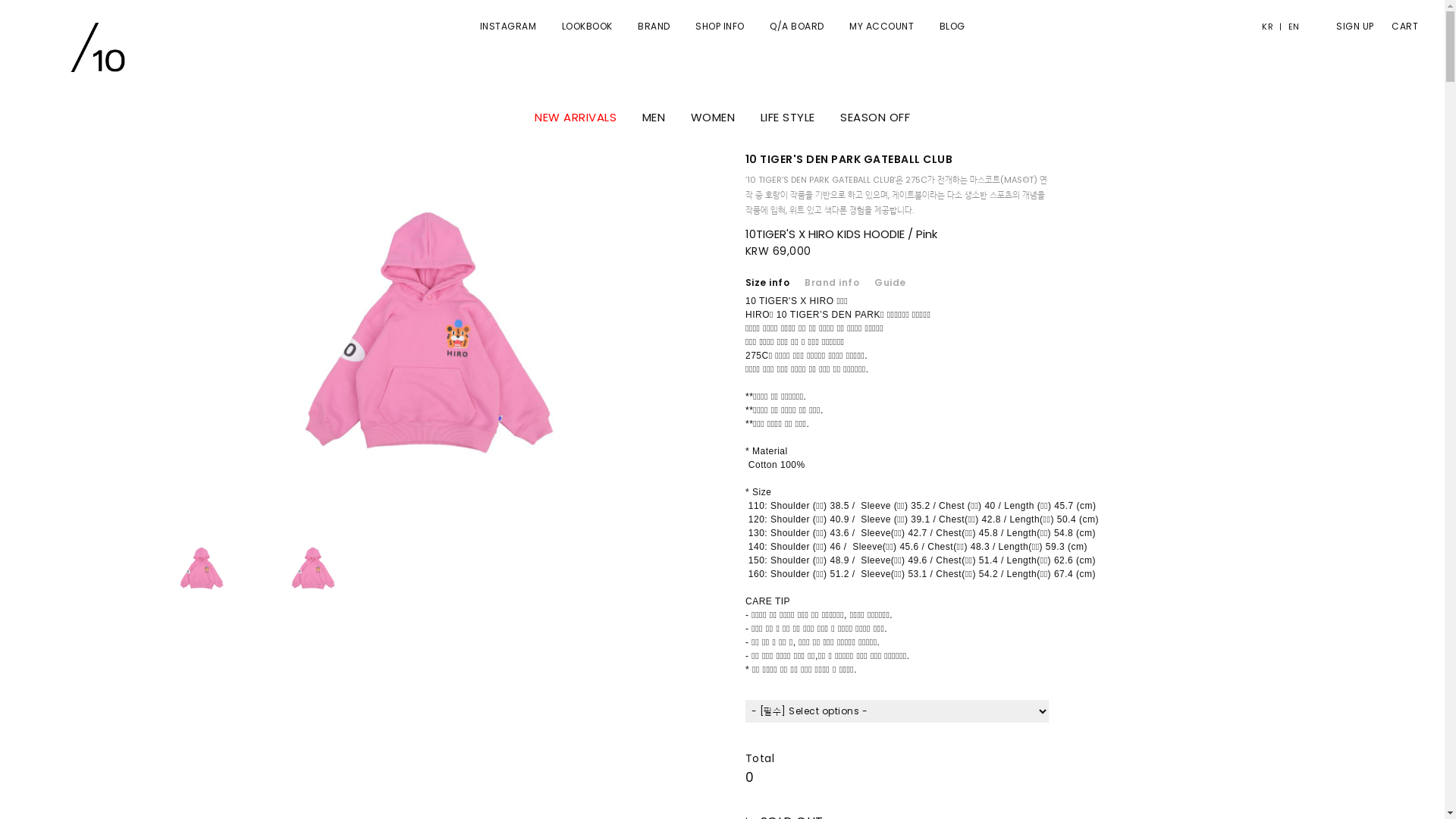 This screenshot has width=1456, height=819. Describe the element at coordinates (1289, 26) in the screenshot. I see `'EN'` at that location.